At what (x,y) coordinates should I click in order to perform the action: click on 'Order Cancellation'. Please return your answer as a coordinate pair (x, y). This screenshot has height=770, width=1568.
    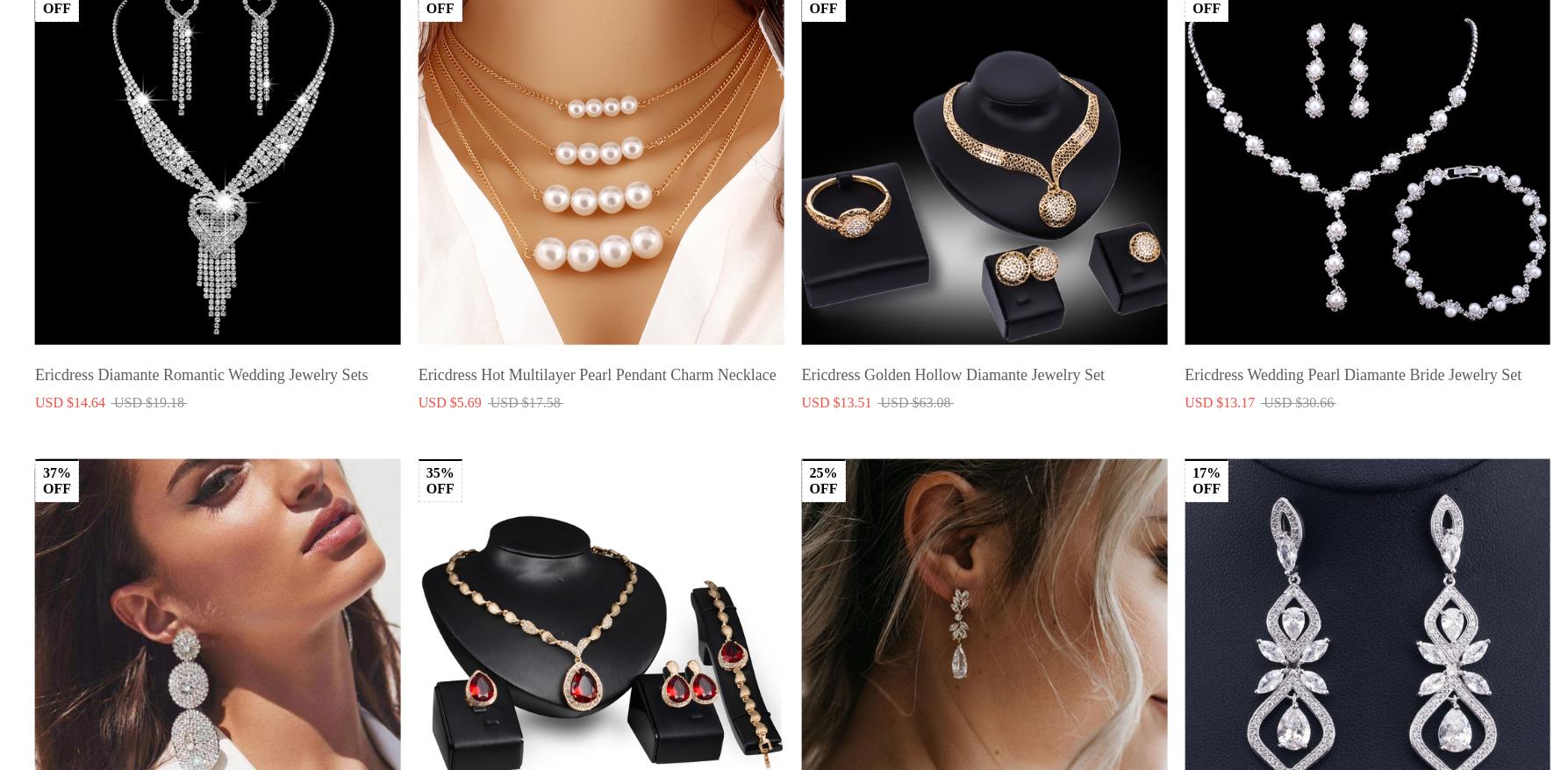
    Looking at the image, I should click on (381, 703).